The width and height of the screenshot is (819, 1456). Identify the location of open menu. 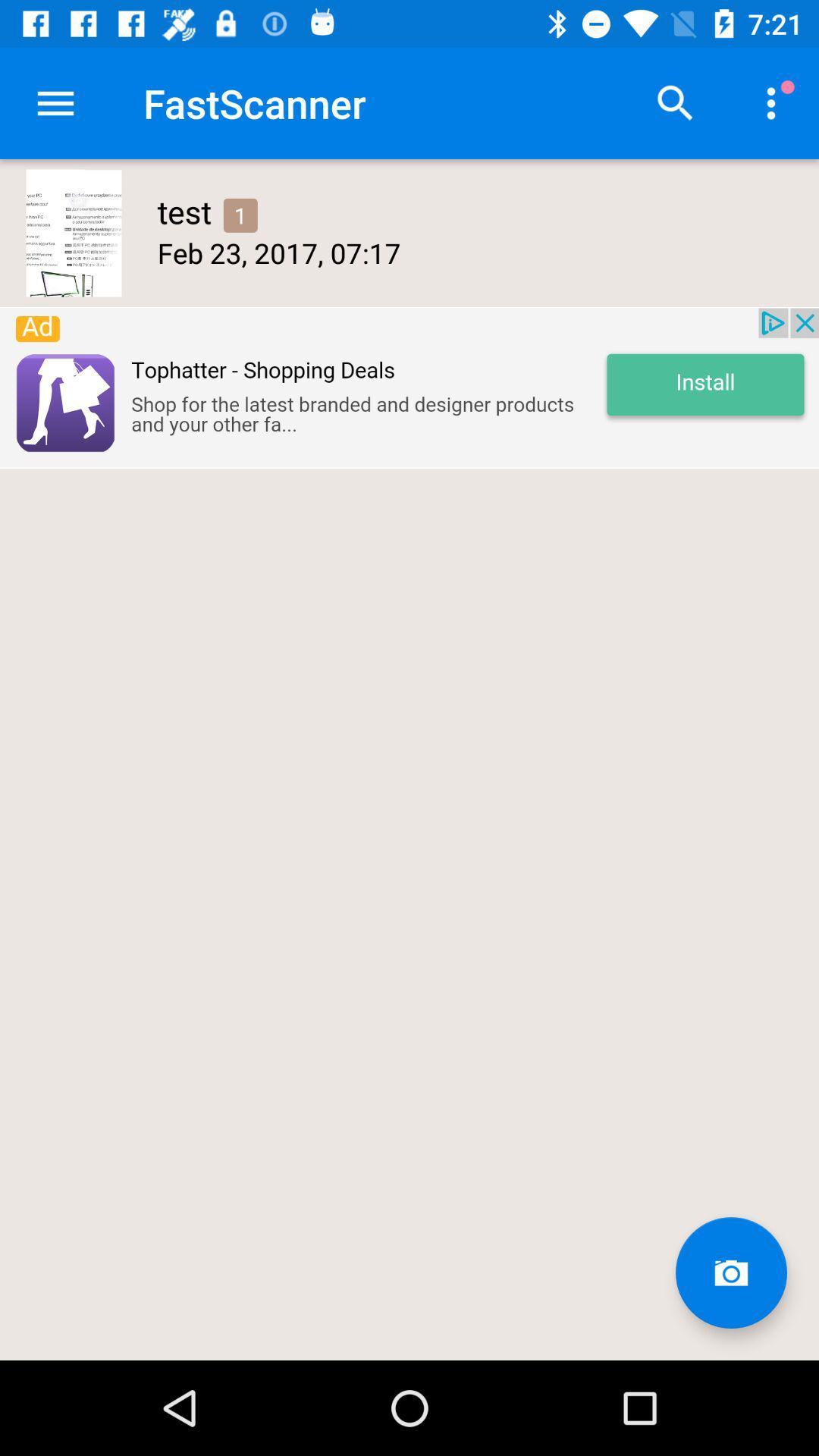
(55, 102).